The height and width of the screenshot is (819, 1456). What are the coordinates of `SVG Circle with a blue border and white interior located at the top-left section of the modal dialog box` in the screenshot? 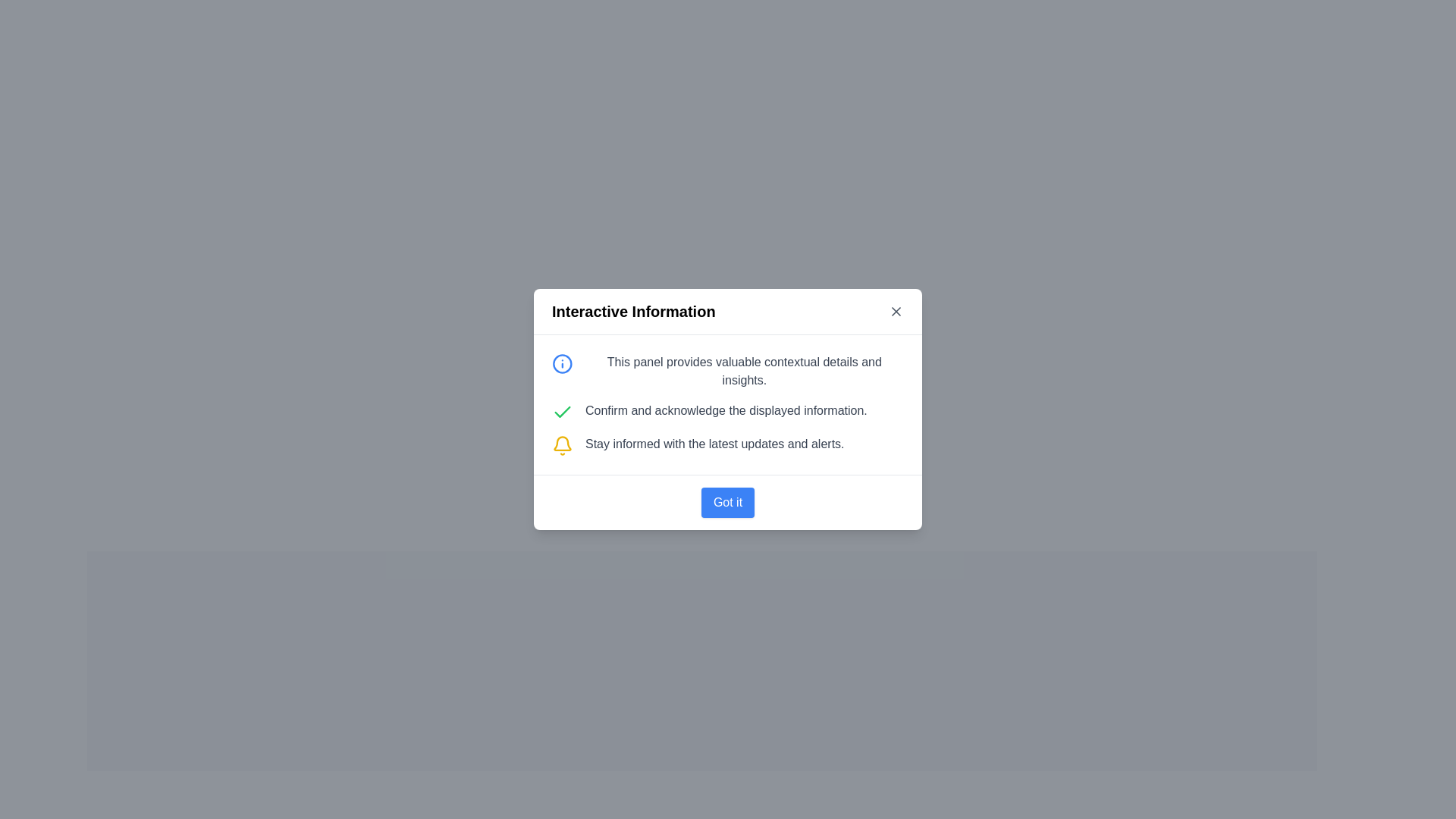 It's located at (561, 363).